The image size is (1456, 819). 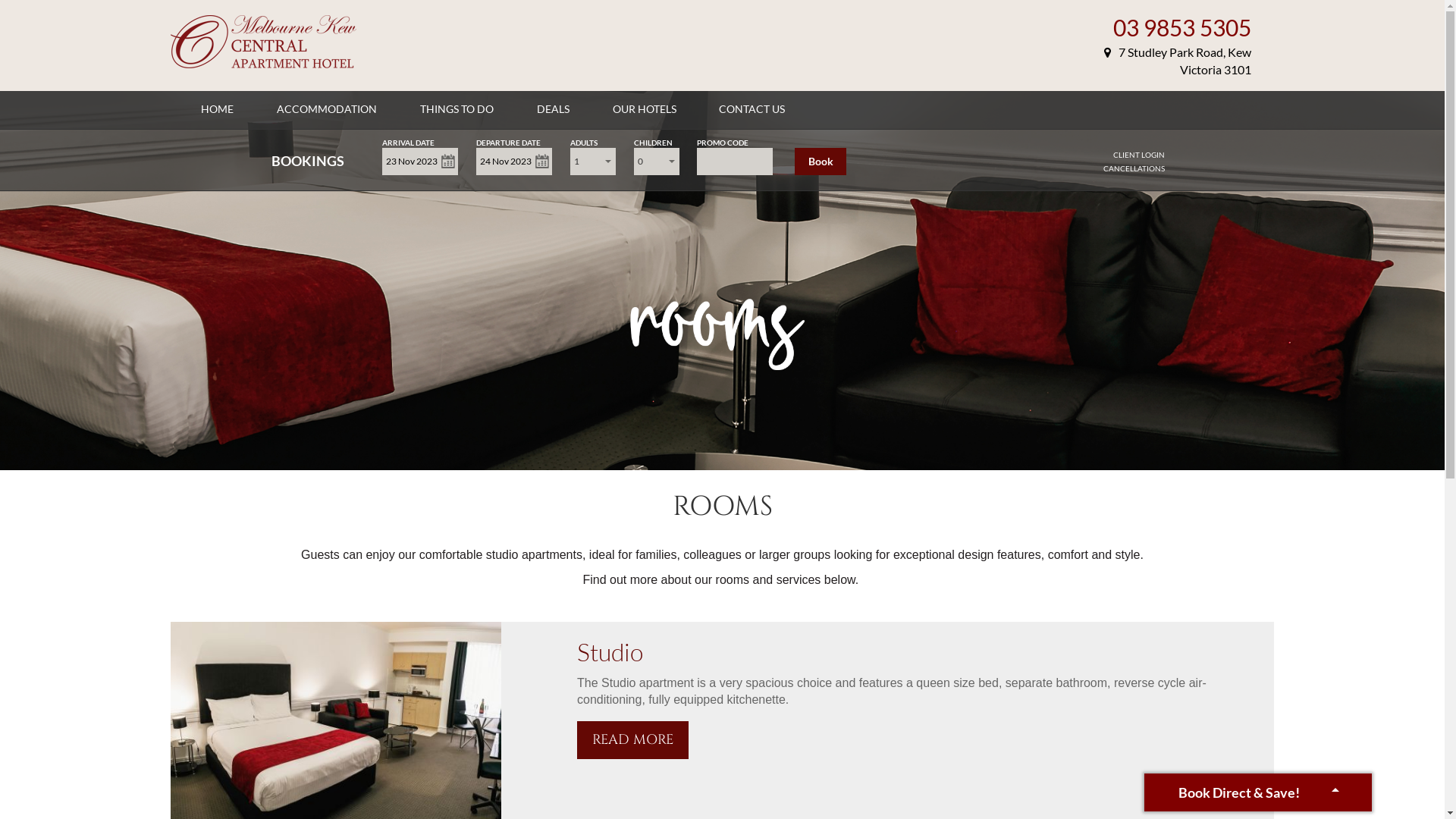 What do you see at coordinates (552, 108) in the screenshot?
I see `'DEALS'` at bounding box center [552, 108].